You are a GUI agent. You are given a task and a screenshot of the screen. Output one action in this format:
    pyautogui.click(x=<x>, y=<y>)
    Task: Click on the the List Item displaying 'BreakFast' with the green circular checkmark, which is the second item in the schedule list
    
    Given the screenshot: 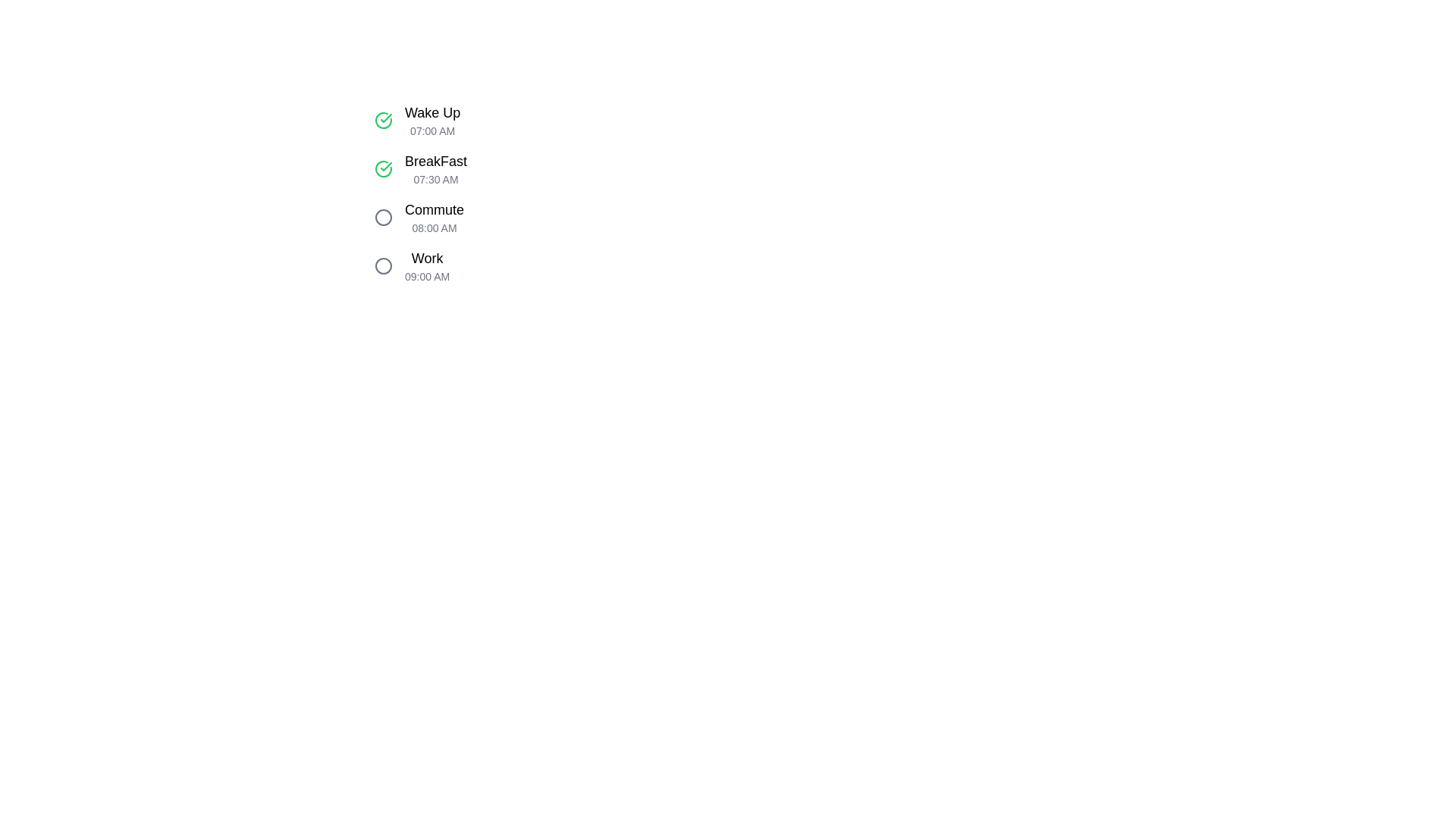 What is the action you would take?
    pyautogui.click(x=520, y=169)
    